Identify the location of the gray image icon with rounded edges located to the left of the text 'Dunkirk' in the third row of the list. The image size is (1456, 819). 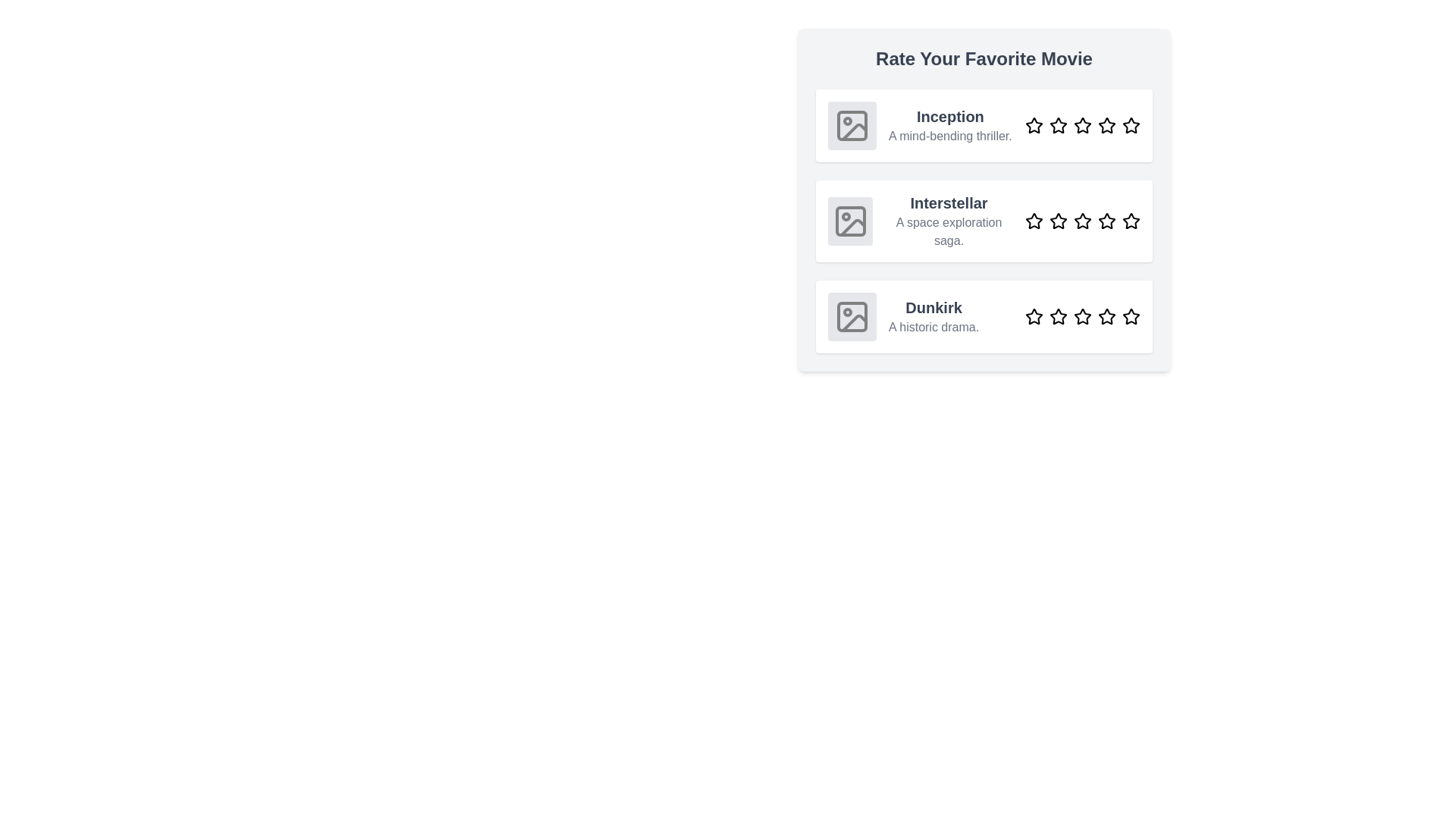
(852, 315).